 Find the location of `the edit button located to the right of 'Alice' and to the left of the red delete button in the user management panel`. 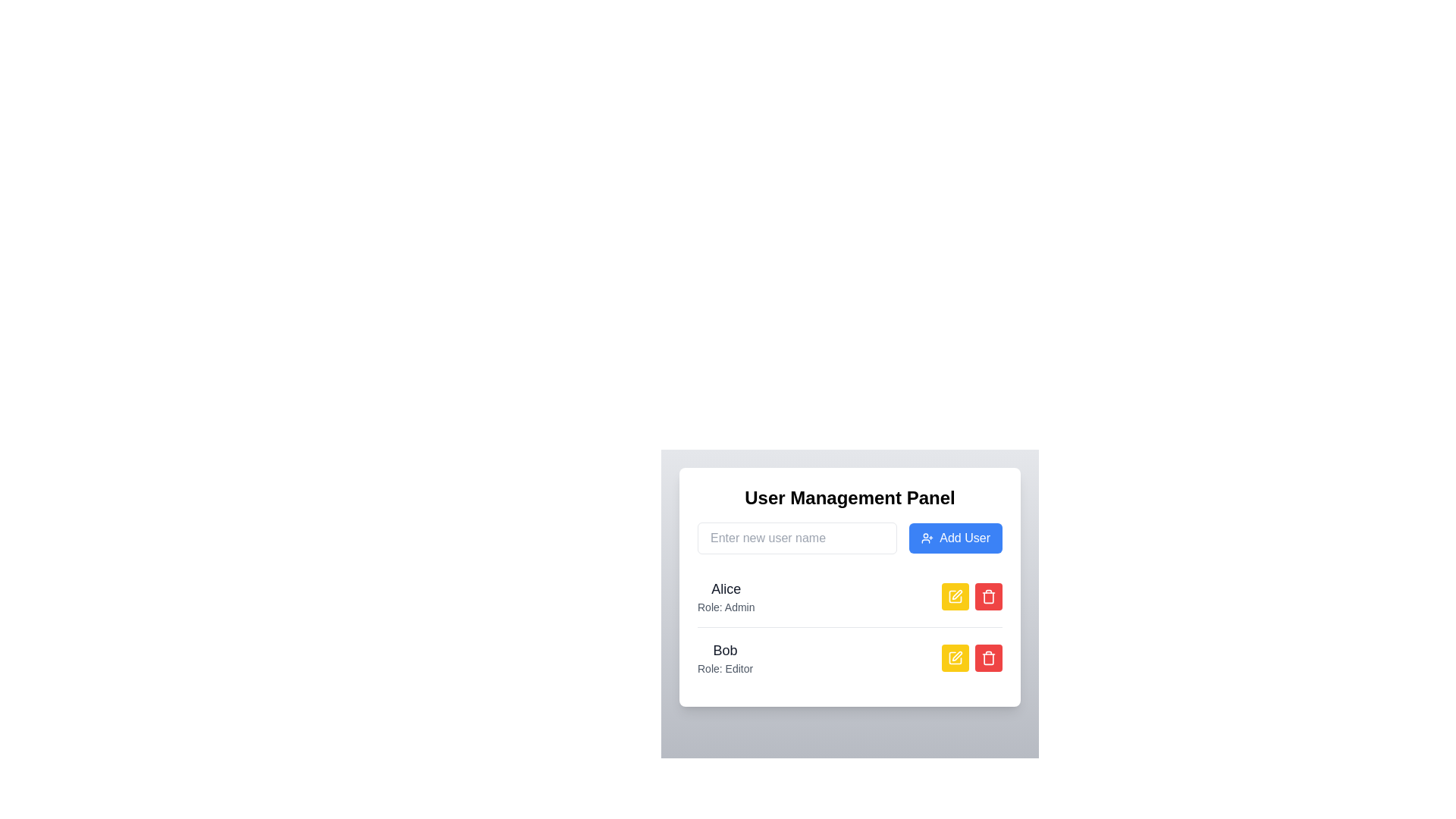

the edit button located to the right of 'Alice' and to the left of the red delete button in the user management panel is located at coordinates (954, 595).